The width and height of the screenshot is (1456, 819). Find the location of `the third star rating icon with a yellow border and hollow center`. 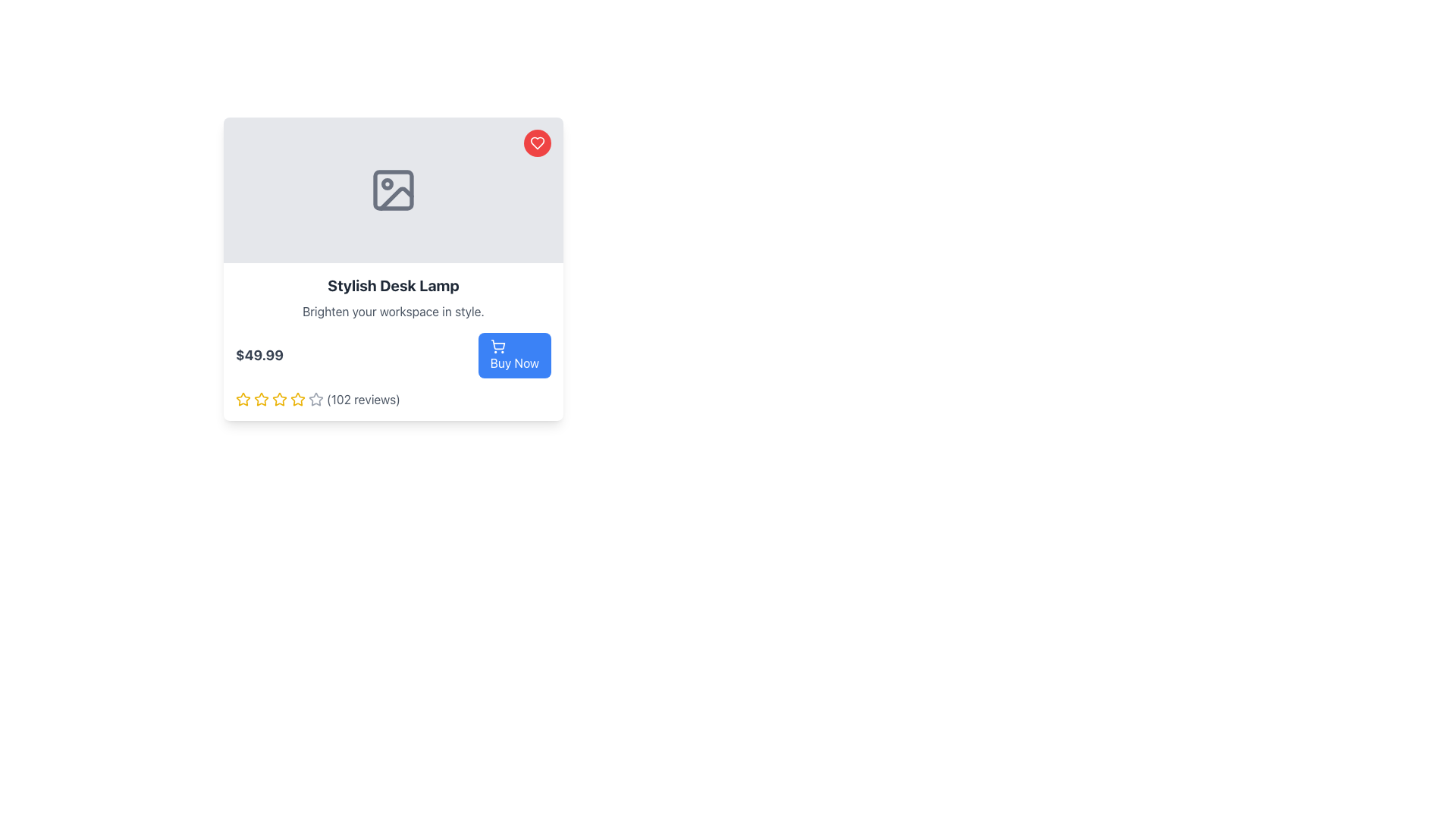

the third star rating icon with a yellow border and hollow center is located at coordinates (298, 398).